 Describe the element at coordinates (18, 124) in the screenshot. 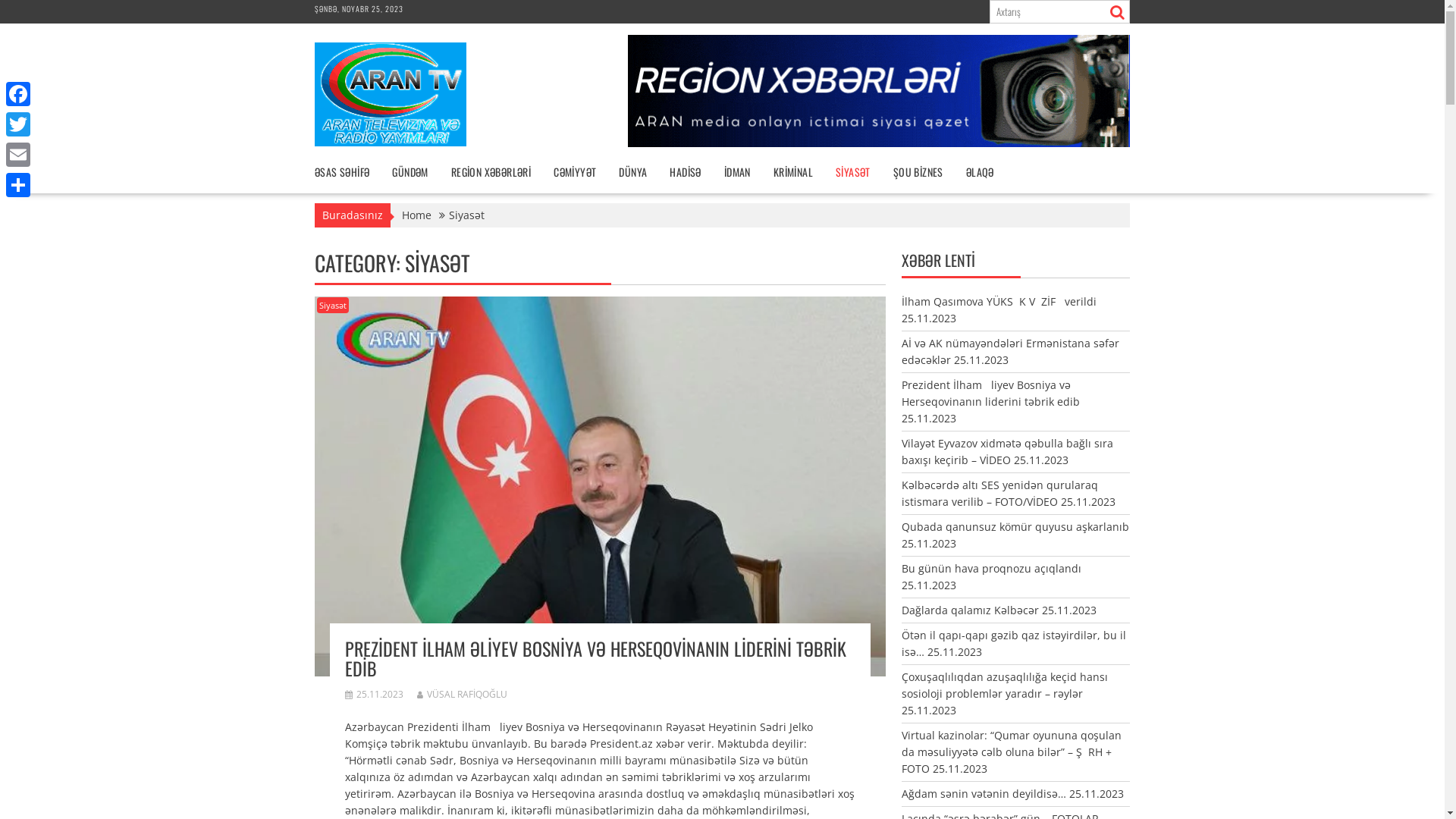

I see `'Twitter'` at that location.